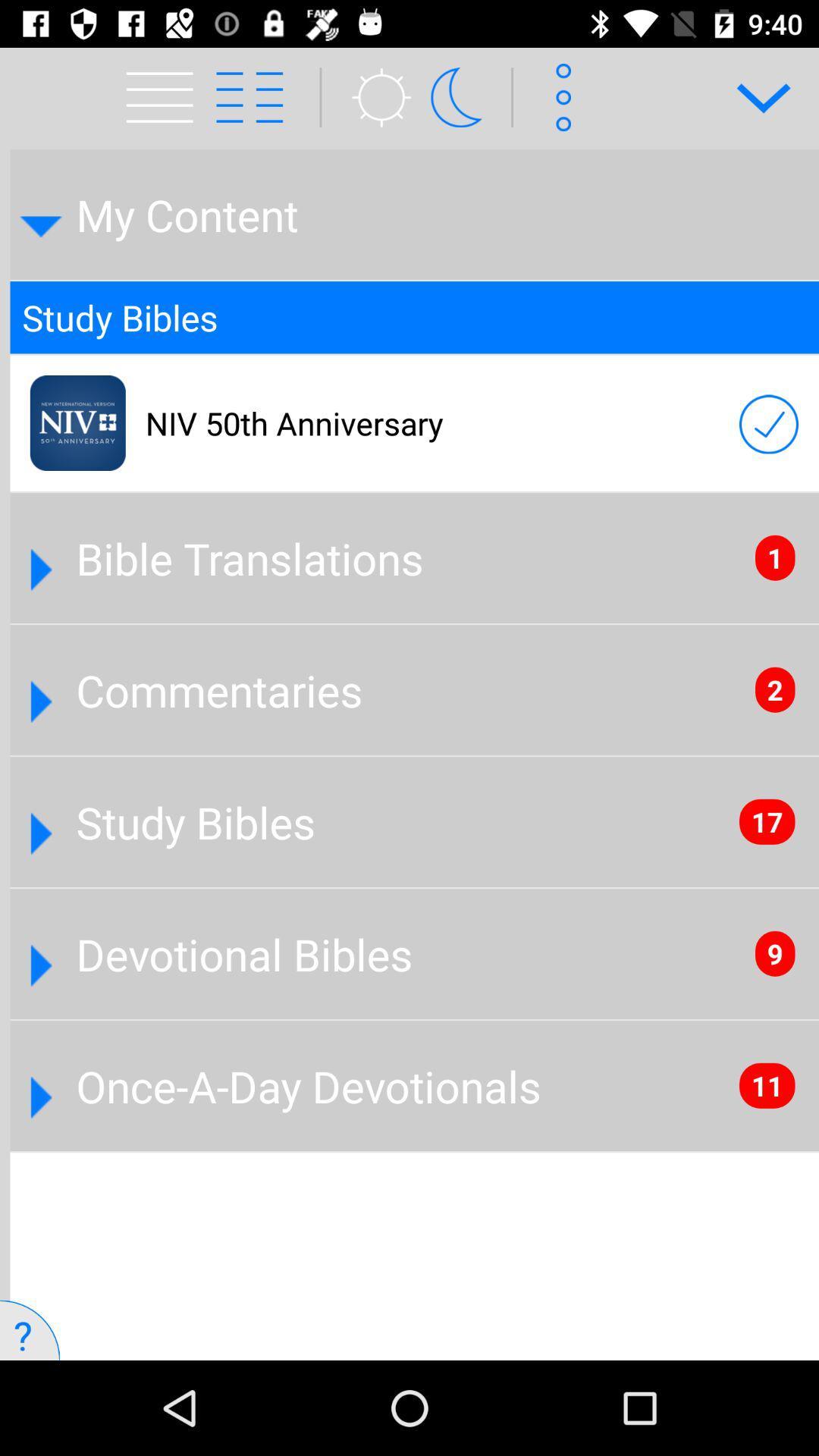 The width and height of the screenshot is (819, 1456). What do you see at coordinates (753, 96) in the screenshot?
I see `drop down arrow in top right corner` at bounding box center [753, 96].